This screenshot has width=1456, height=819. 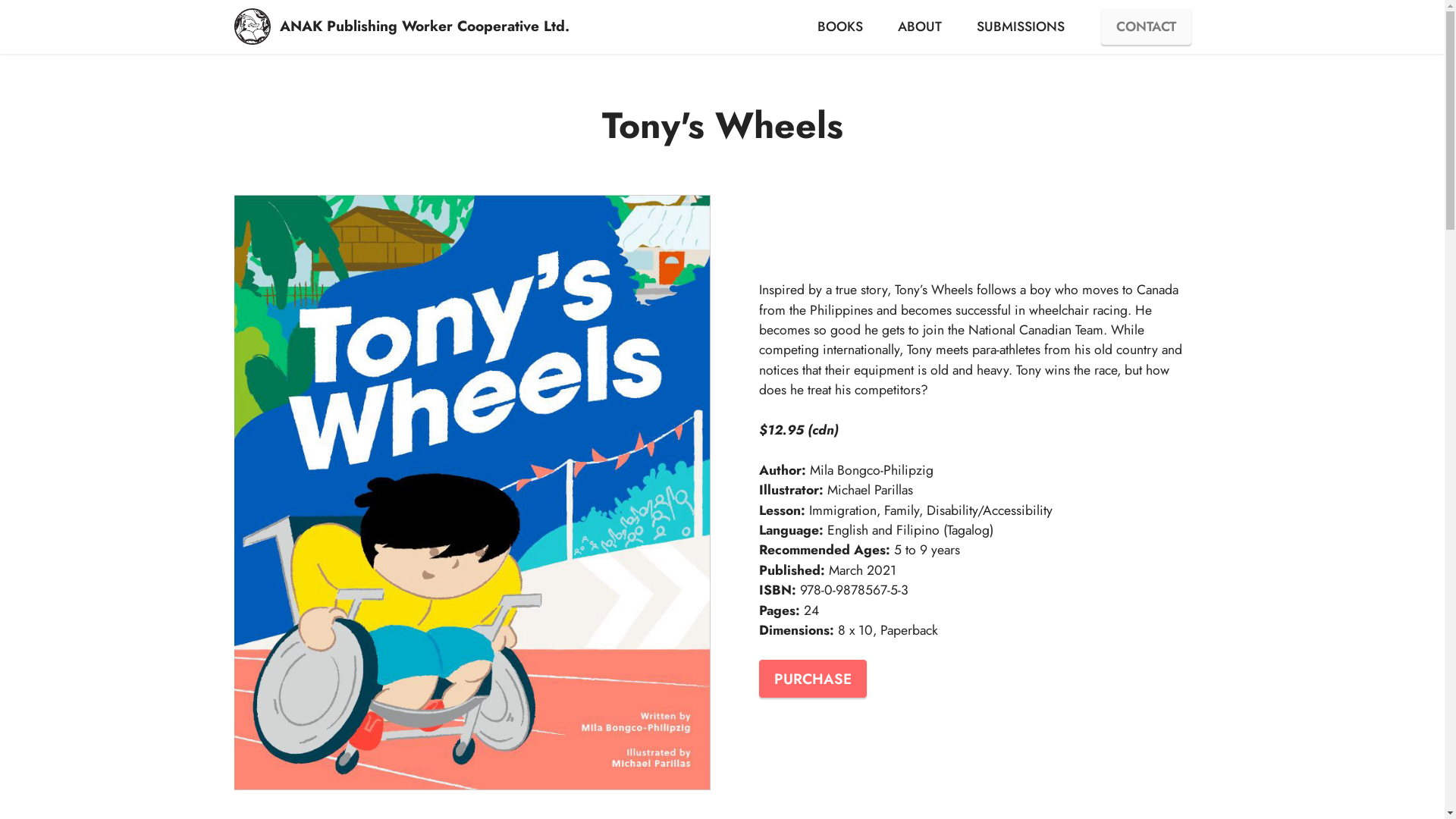 What do you see at coordinates (839, 26) in the screenshot?
I see `'BOOKS'` at bounding box center [839, 26].